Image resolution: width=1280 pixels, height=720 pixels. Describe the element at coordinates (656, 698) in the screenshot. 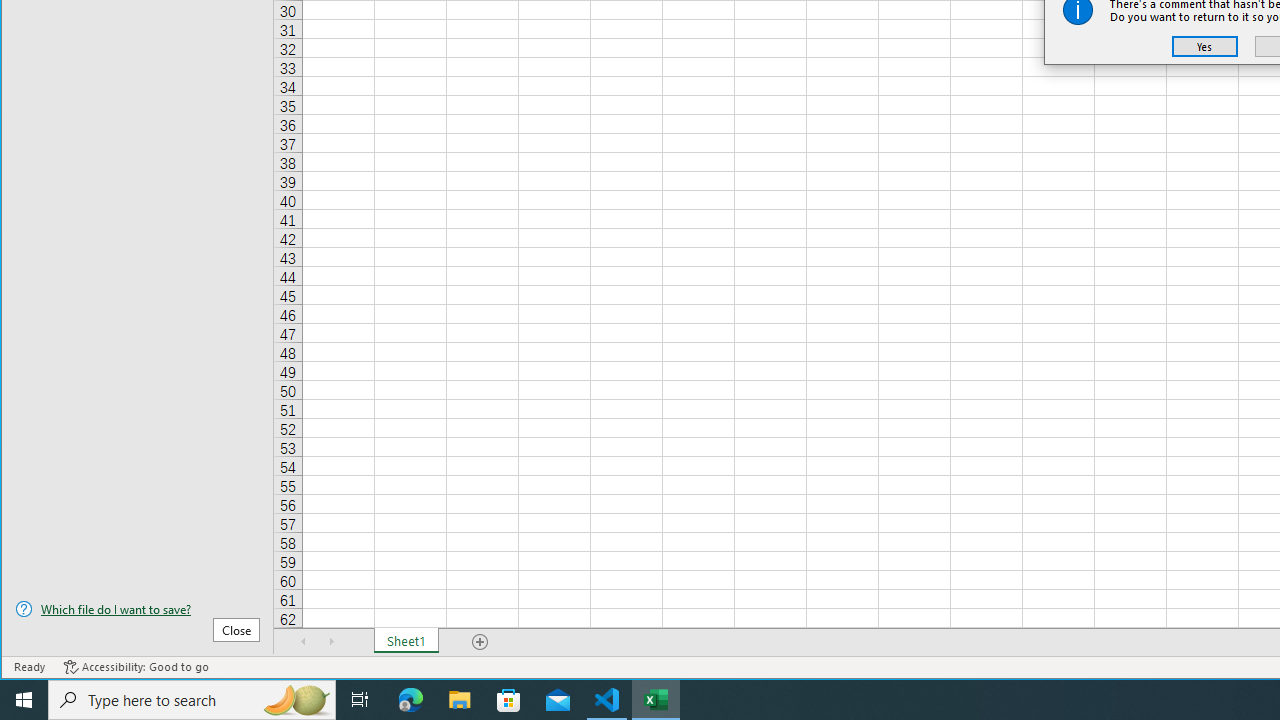

I see `'Excel - 1 running window'` at that location.